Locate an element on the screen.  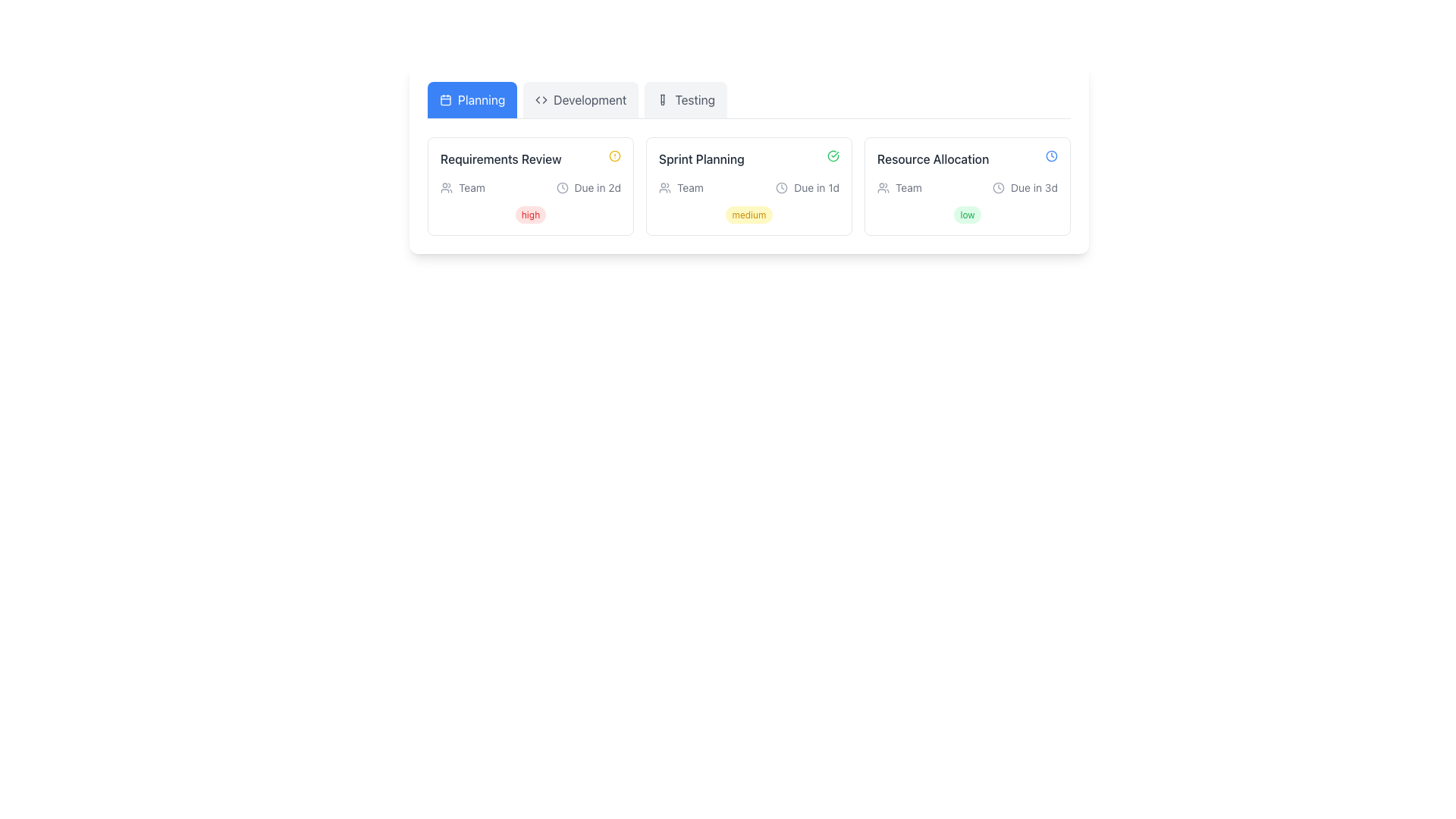
the label element indicating 'Resource Allocation' at the top section of the card, which helps users identify the topic or task represented by the card is located at coordinates (967, 158).